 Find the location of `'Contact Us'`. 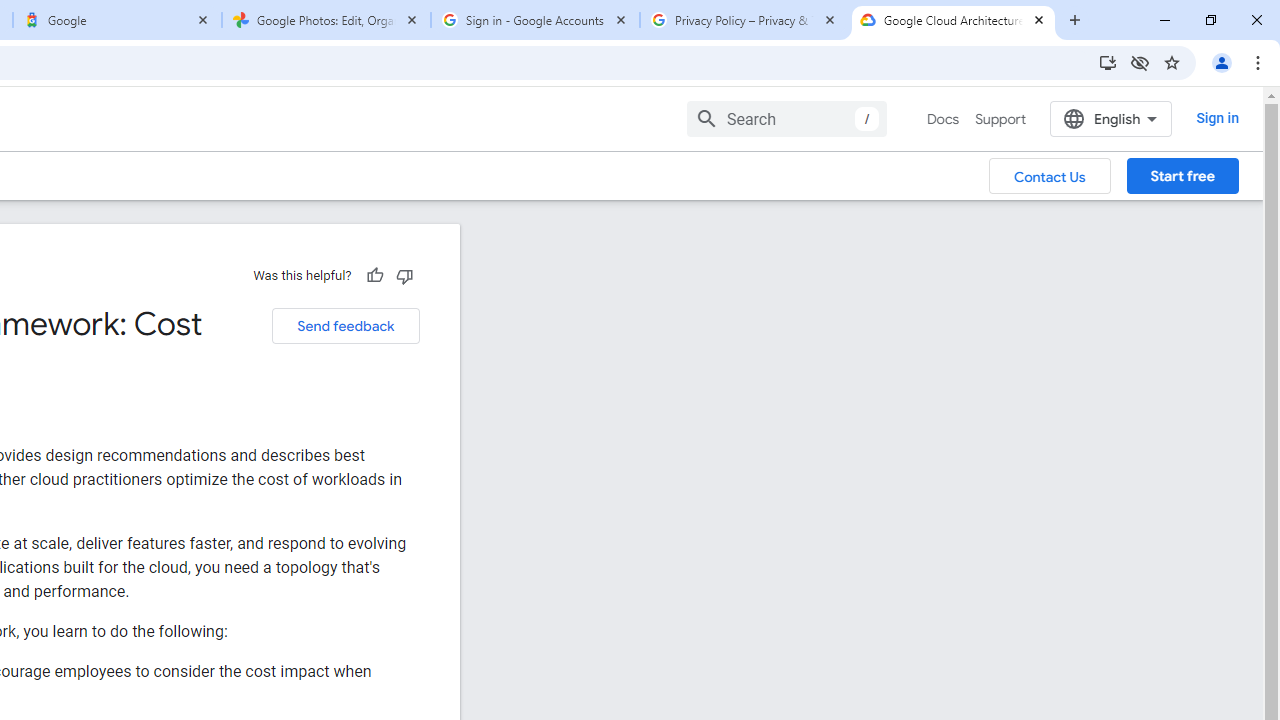

'Contact Us' is located at coordinates (1049, 174).